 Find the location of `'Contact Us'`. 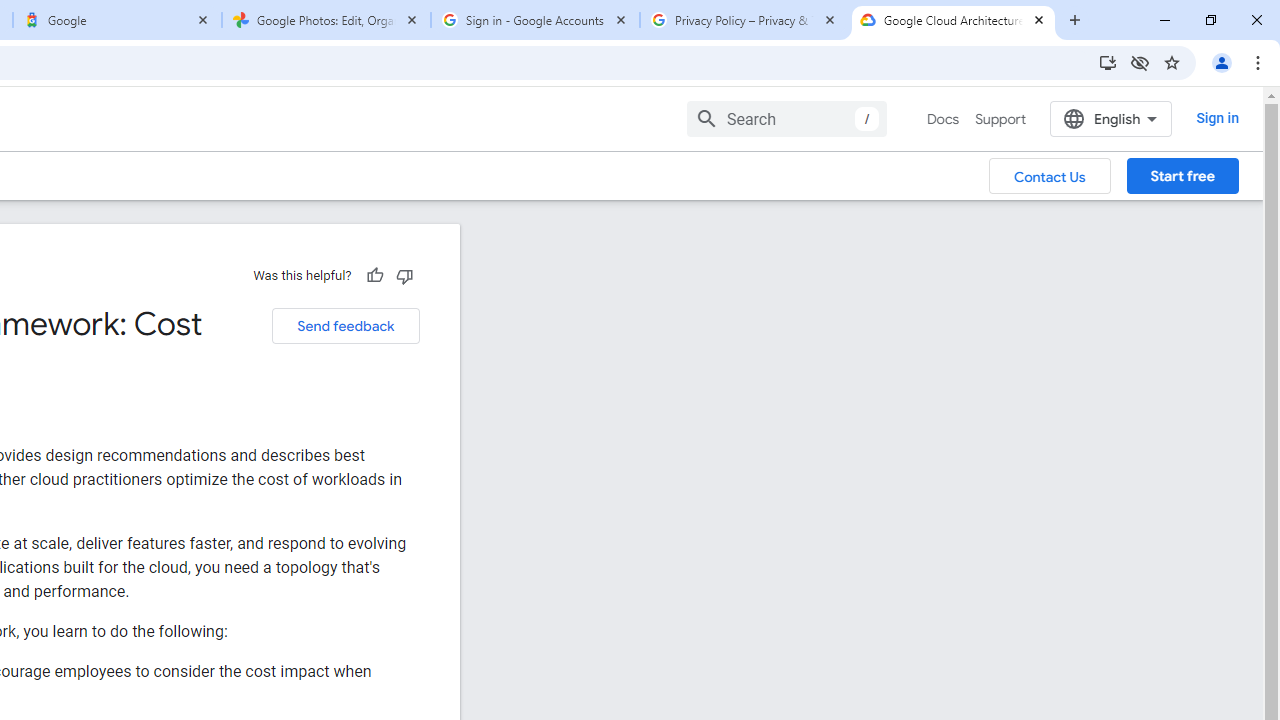

'Contact Us' is located at coordinates (1049, 174).